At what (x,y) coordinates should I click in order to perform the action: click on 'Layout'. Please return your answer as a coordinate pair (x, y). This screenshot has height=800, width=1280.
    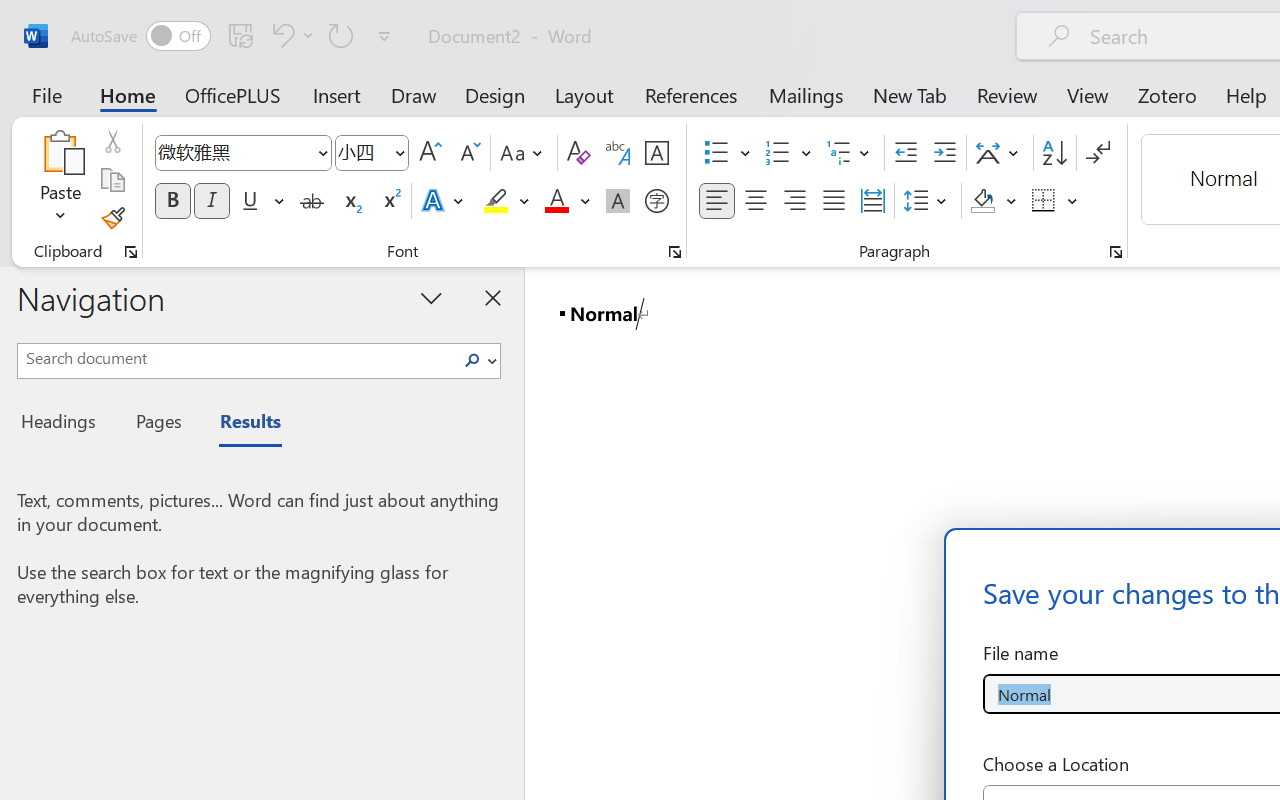
    Looking at the image, I should click on (583, 94).